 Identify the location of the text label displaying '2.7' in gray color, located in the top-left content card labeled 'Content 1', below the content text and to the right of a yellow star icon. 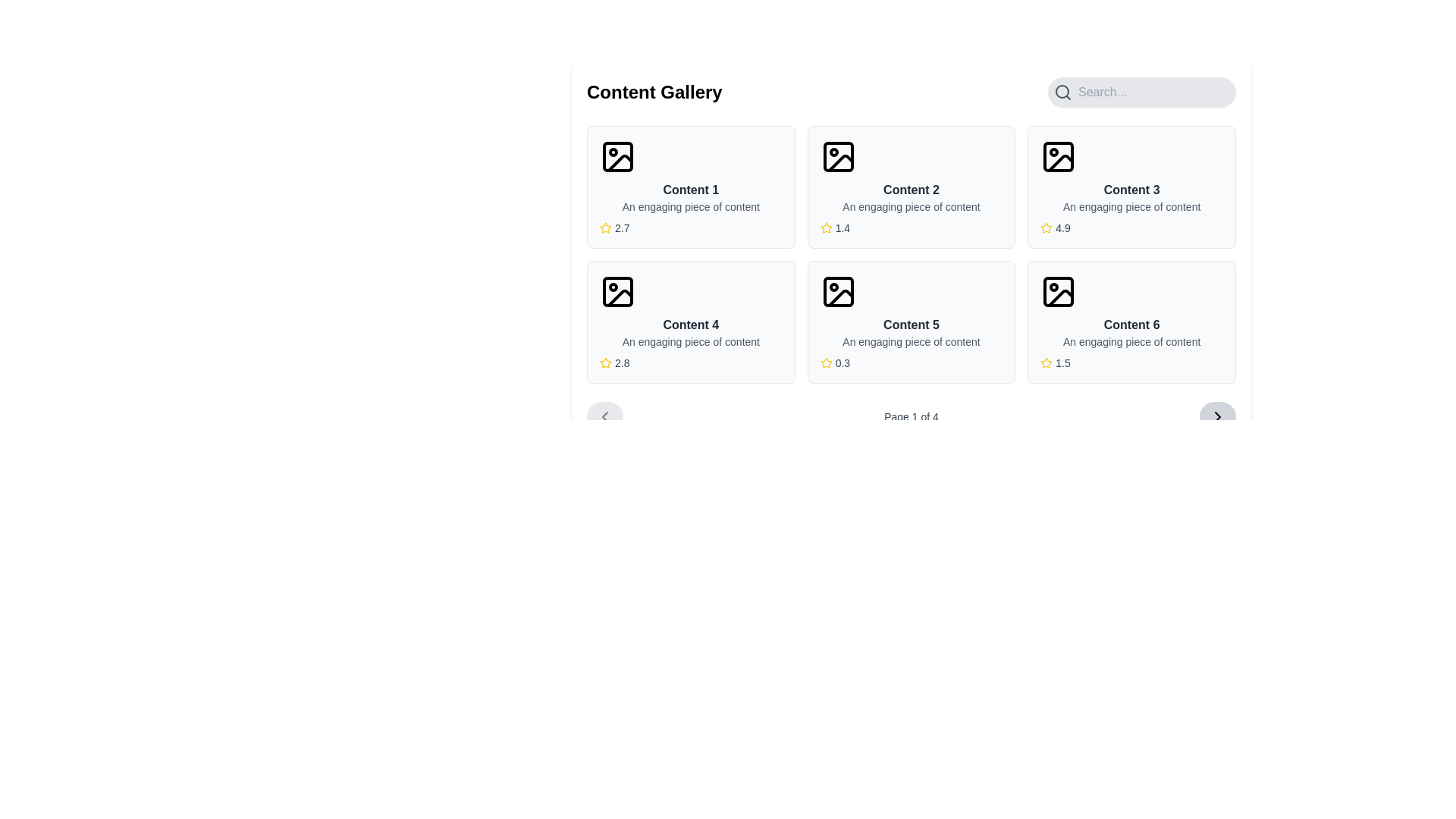
(622, 227).